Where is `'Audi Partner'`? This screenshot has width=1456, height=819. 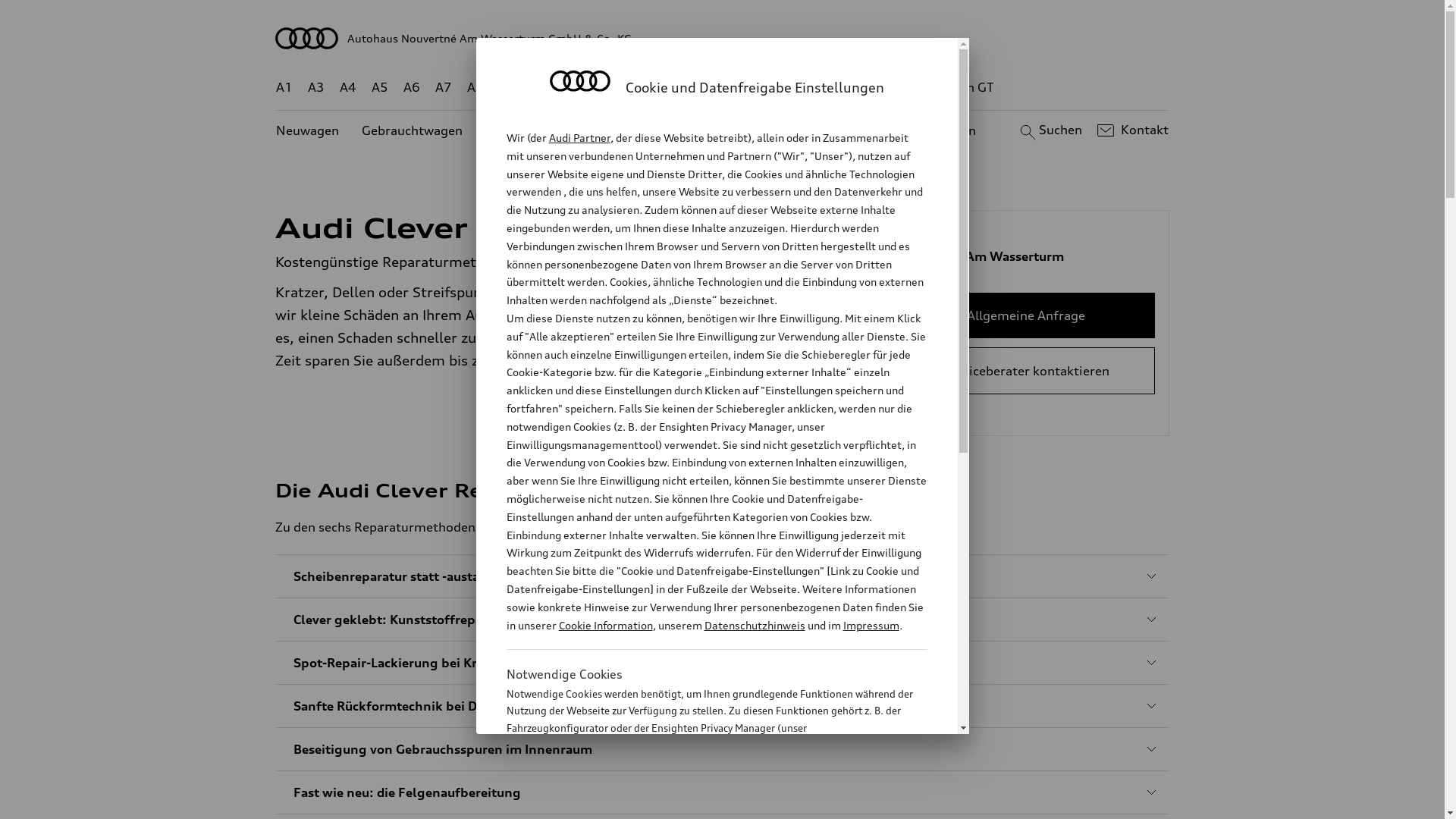
'Audi Partner' is located at coordinates (579, 137).